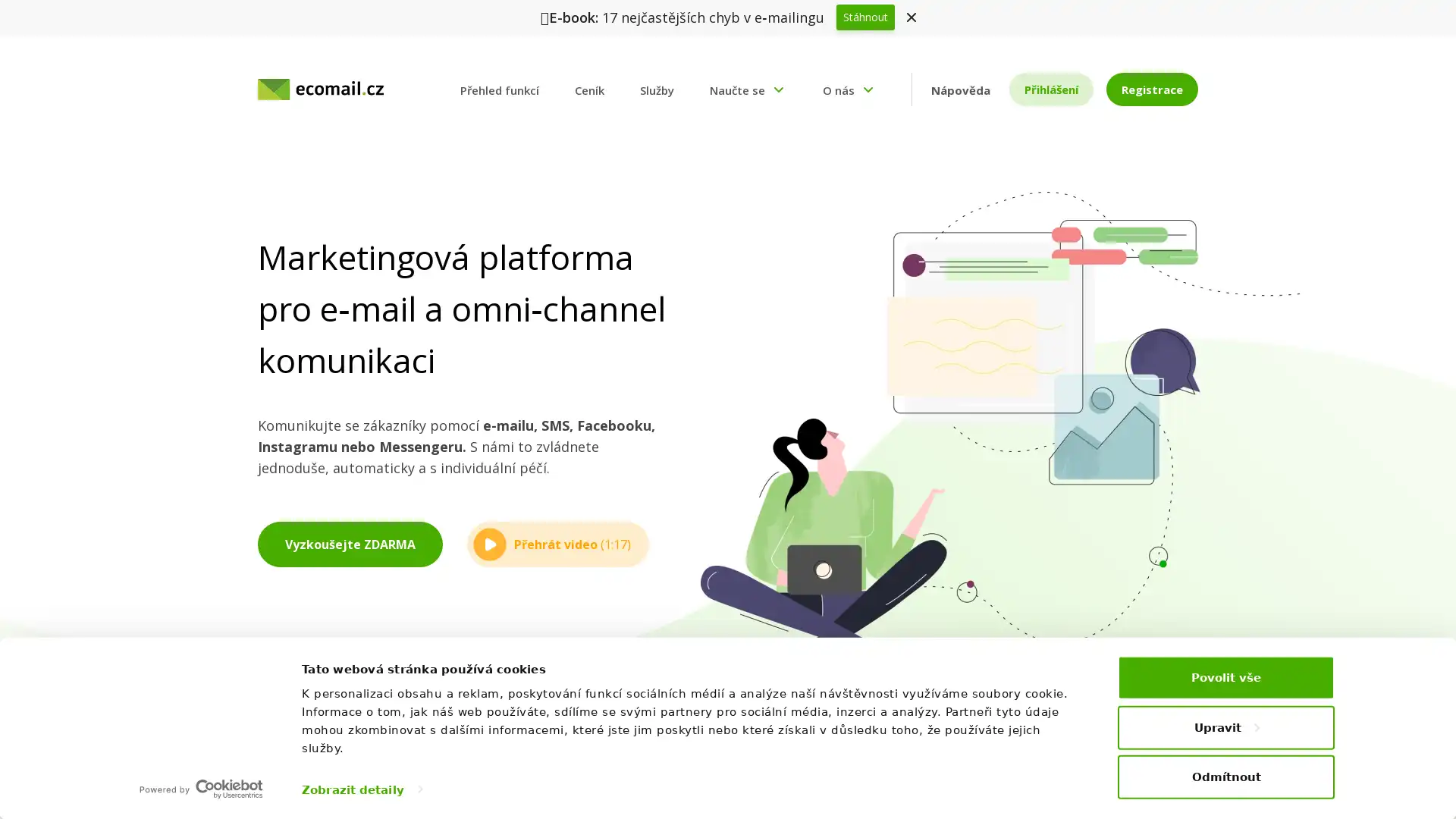  What do you see at coordinates (1226, 676) in the screenshot?
I see `Povolit vse` at bounding box center [1226, 676].